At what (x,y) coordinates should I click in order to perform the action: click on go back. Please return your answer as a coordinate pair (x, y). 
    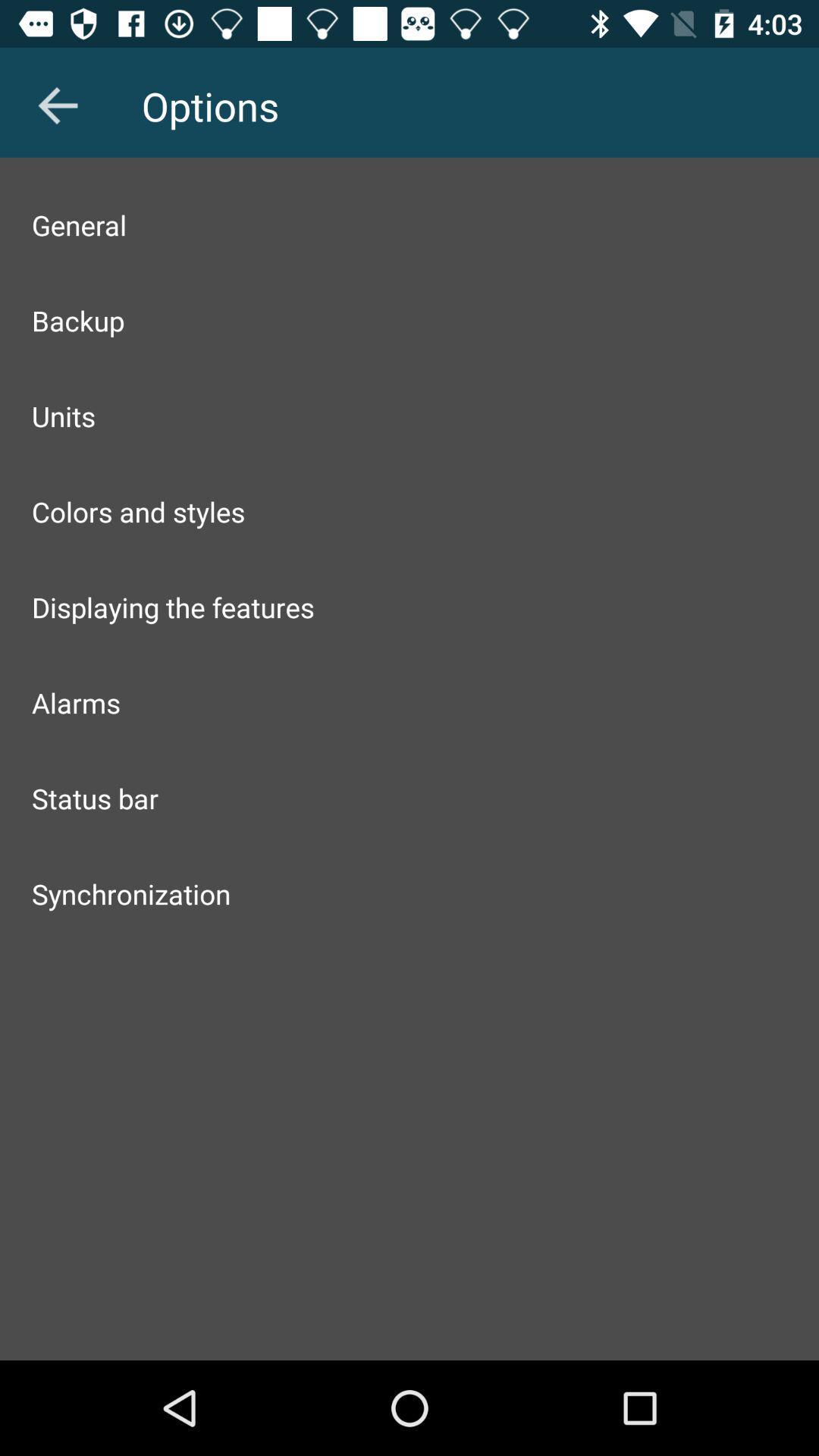
    Looking at the image, I should click on (57, 105).